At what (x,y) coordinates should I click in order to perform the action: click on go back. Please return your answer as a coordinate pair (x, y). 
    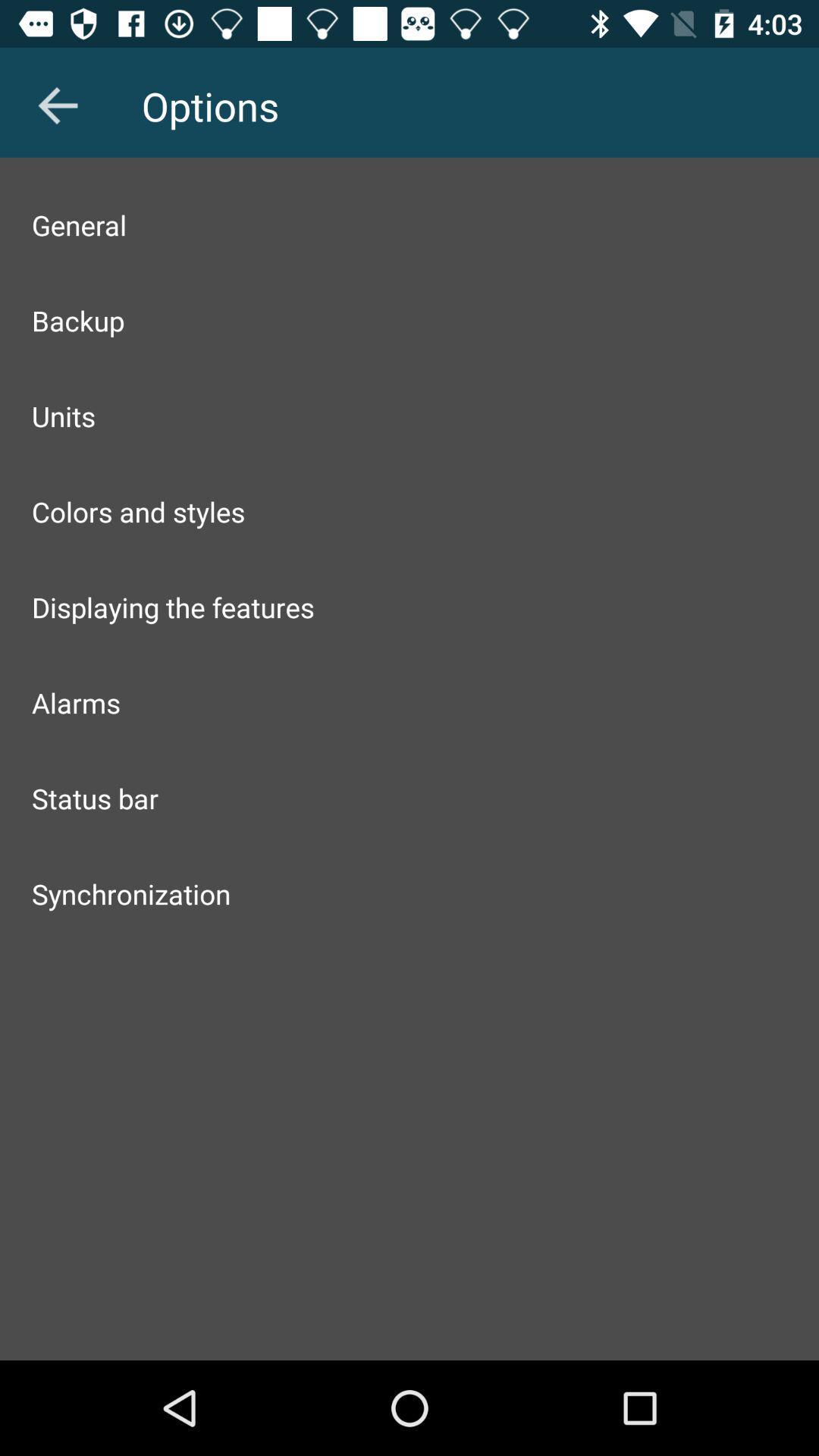
    Looking at the image, I should click on (57, 105).